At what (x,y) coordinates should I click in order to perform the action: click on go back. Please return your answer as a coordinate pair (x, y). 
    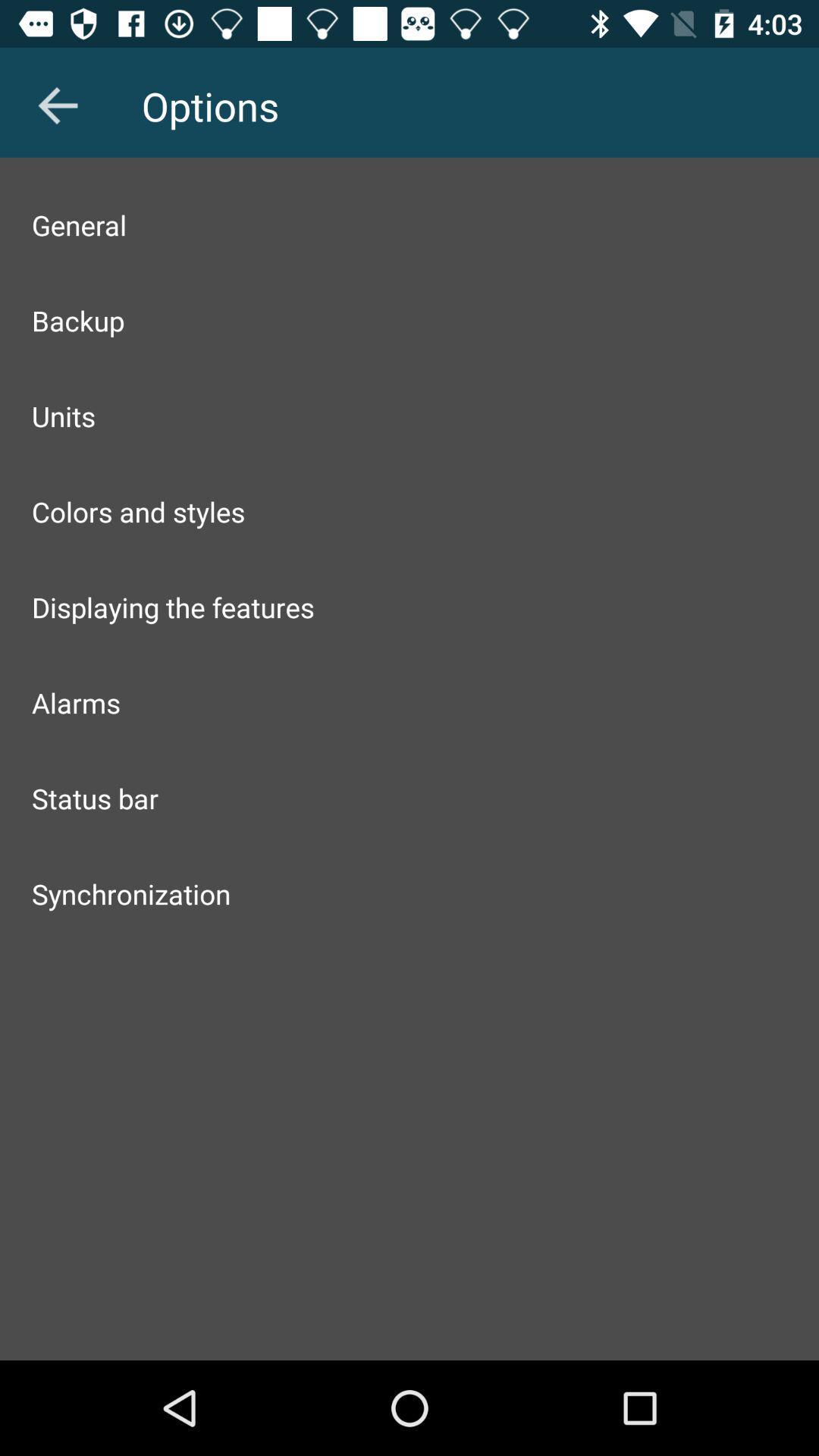
    Looking at the image, I should click on (57, 105).